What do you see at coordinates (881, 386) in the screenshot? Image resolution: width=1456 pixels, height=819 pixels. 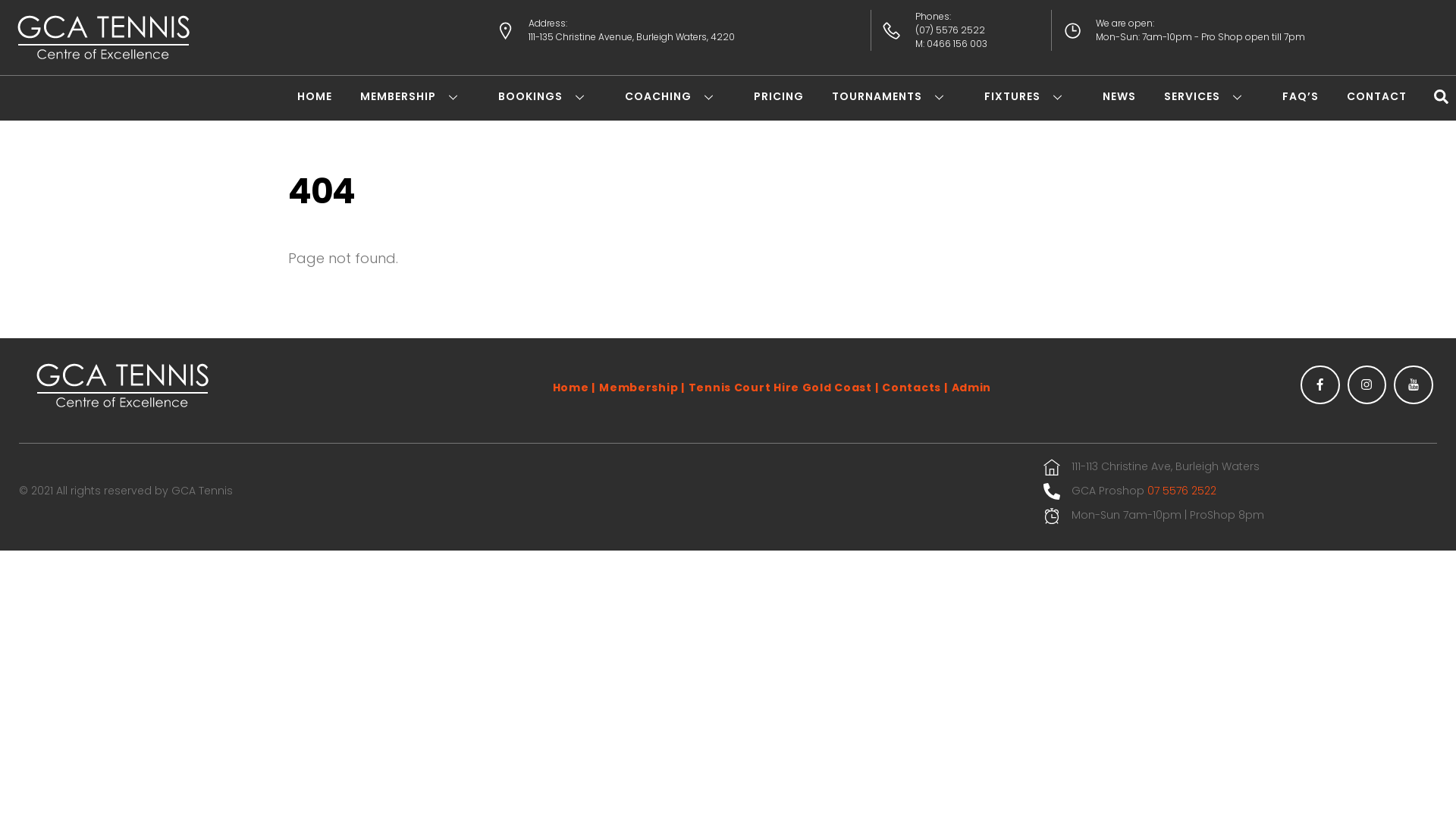 I see `'Contacts |'` at bounding box center [881, 386].